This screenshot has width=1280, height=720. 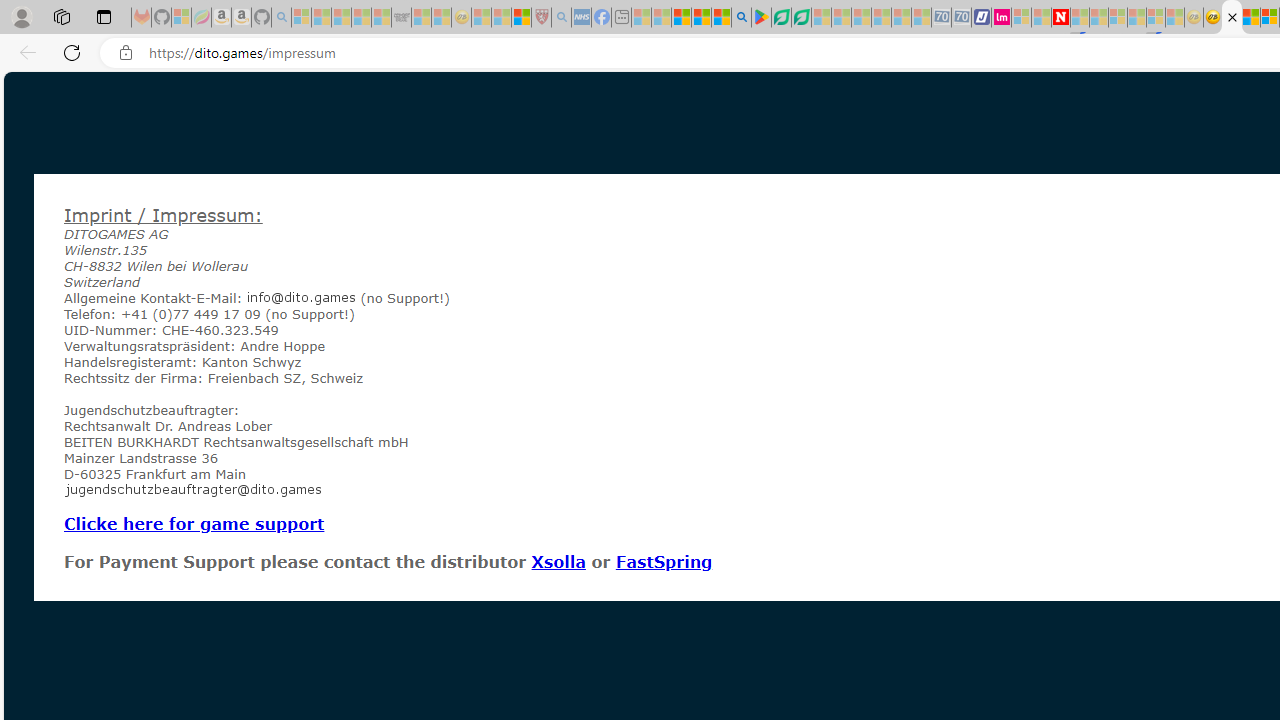 I want to click on 'google - Search', so click(x=740, y=17).